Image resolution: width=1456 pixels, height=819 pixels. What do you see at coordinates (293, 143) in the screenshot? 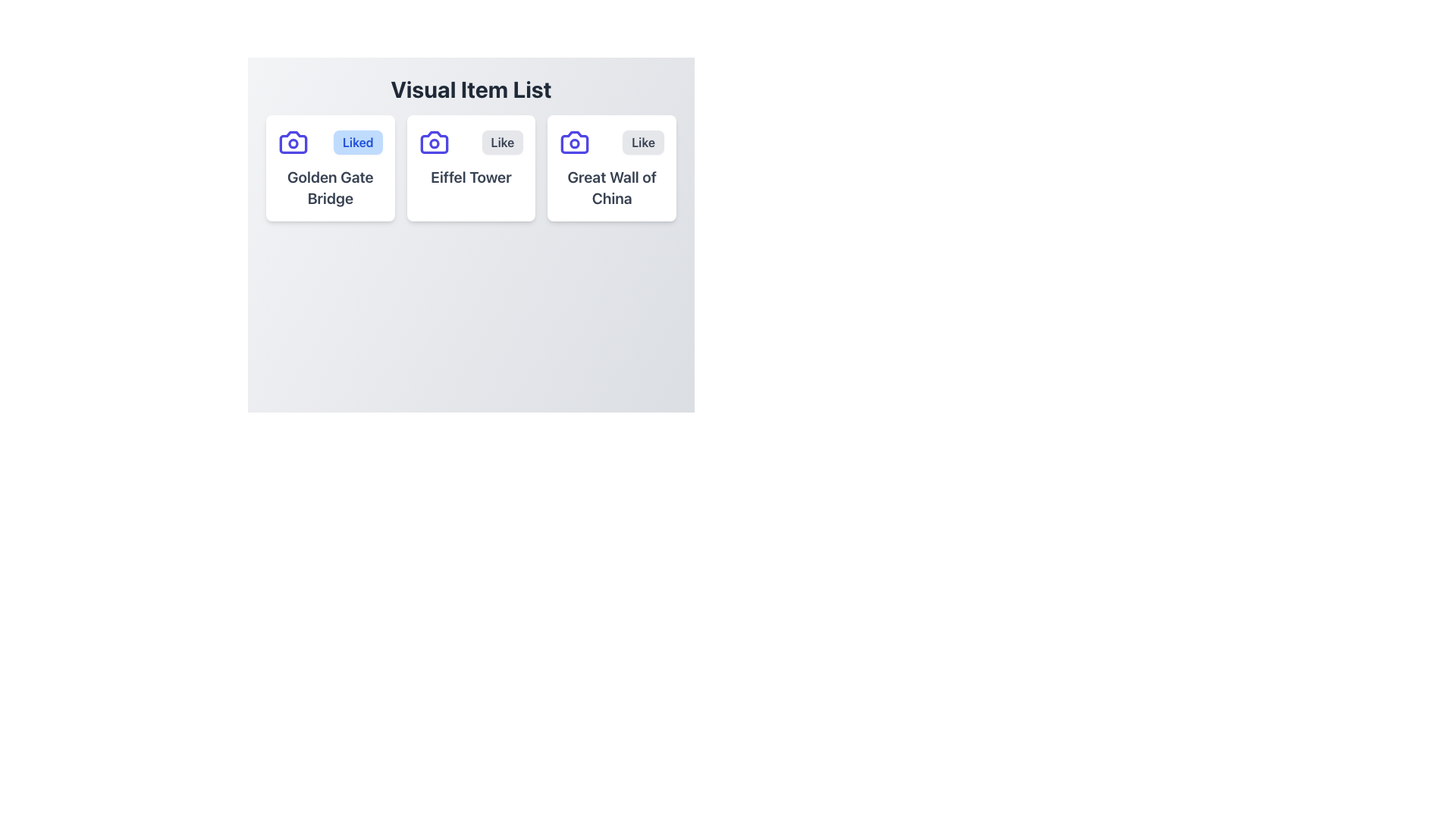
I see `the purple camera icon located in the 'Golden Gate Bridge' card, positioned slightly above and to the left of the text label` at bounding box center [293, 143].